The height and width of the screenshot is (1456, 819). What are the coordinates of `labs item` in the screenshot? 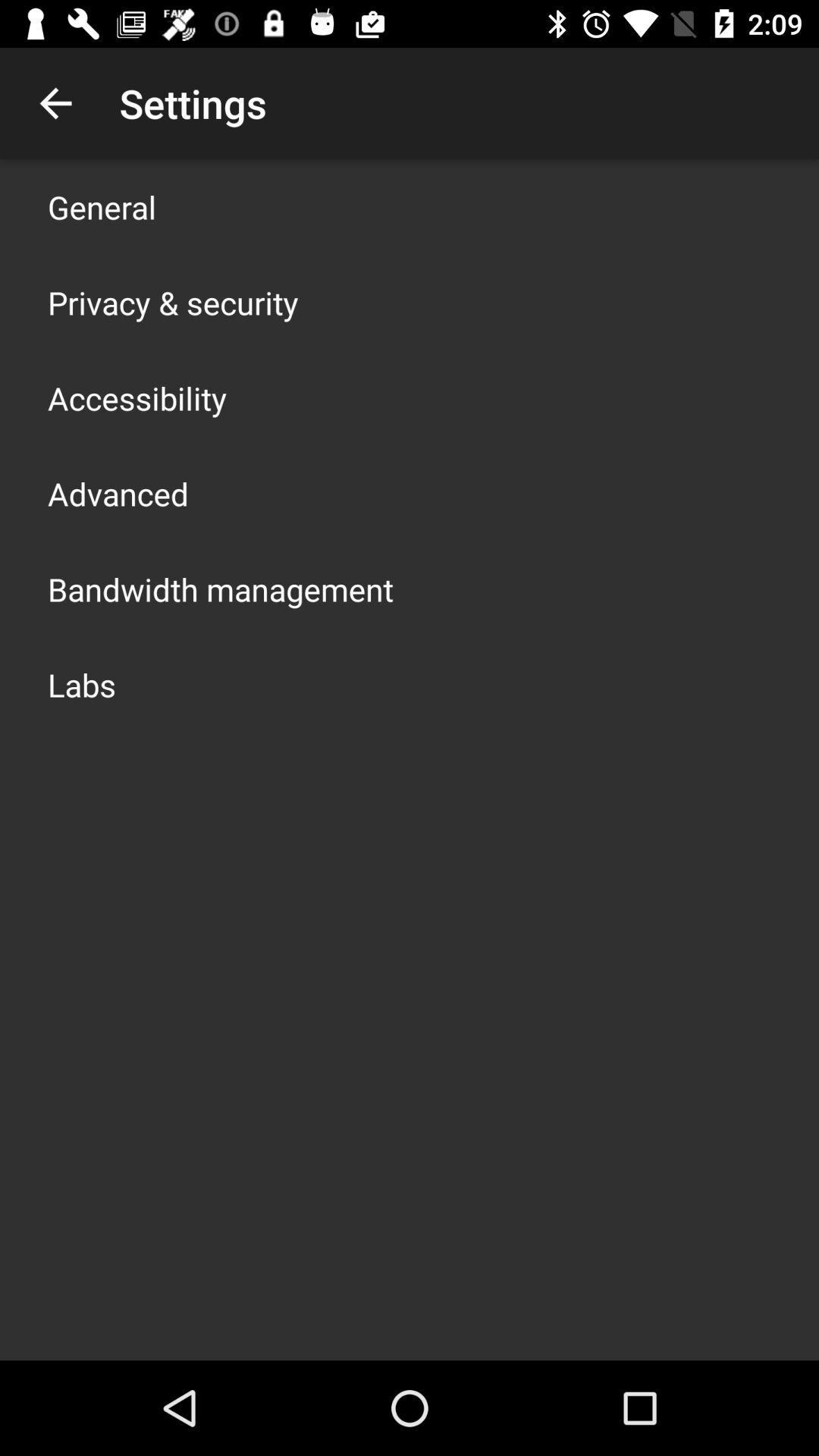 It's located at (82, 683).